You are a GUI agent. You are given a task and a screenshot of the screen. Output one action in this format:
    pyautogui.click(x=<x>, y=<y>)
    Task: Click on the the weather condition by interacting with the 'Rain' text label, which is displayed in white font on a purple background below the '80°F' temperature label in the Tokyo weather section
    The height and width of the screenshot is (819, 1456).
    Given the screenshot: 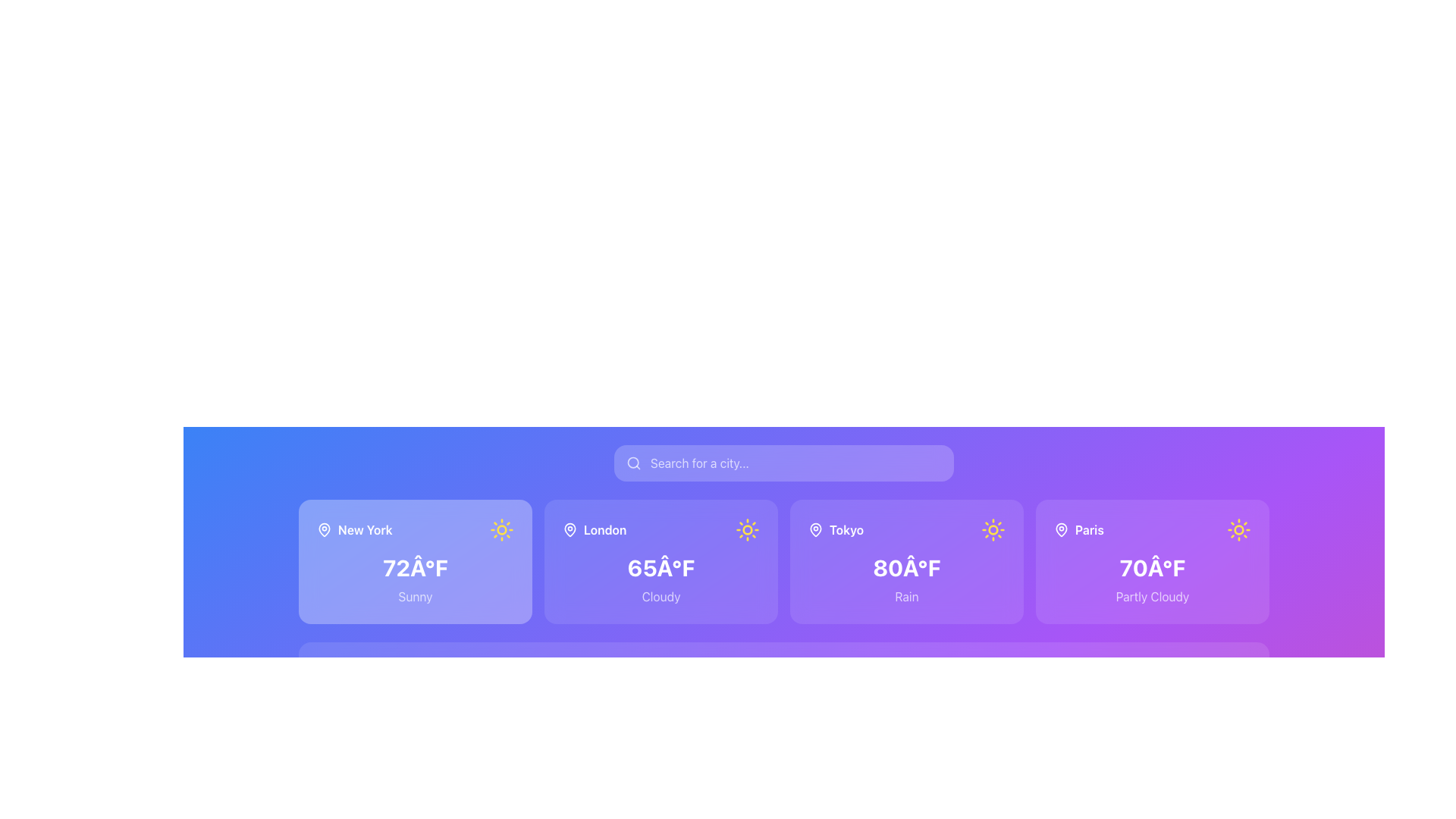 What is the action you would take?
    pyautogui.click(x=906, y=595)
    